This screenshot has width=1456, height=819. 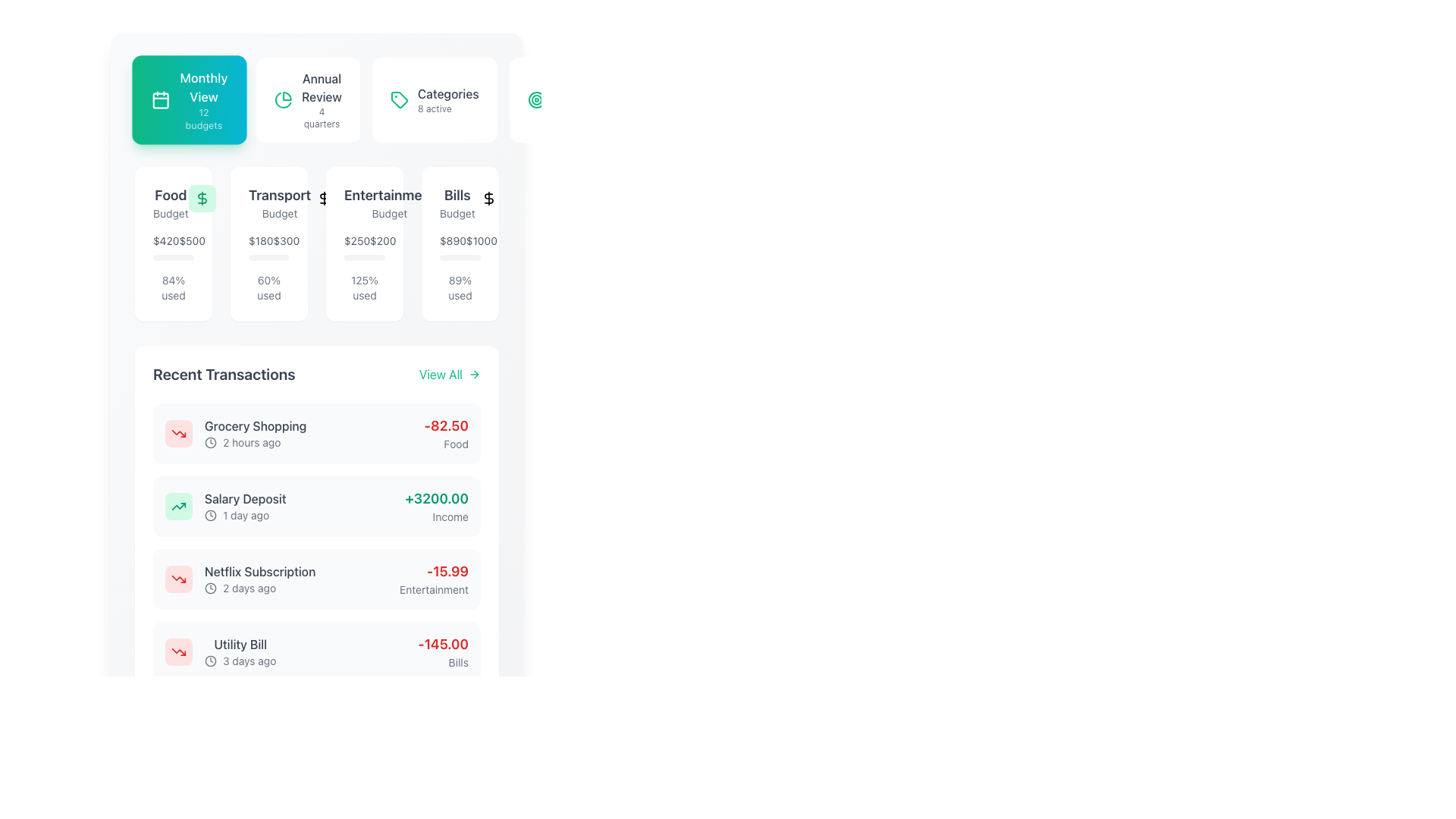 I want to click on text label displaying 'Budget' which is positioned below the 'Food' label in the top left corner of the interface's card layout, so click(x=171, y=213).